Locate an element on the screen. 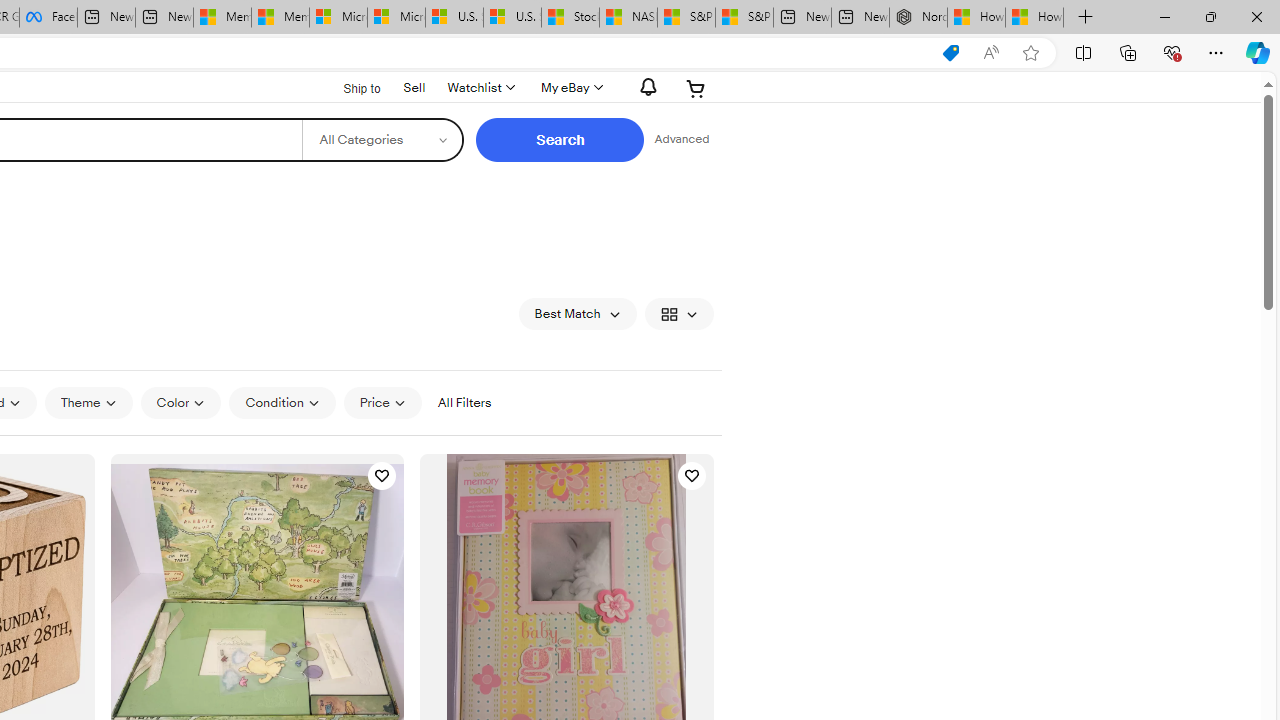  'Ship to' is located at coordinates (349, 86).